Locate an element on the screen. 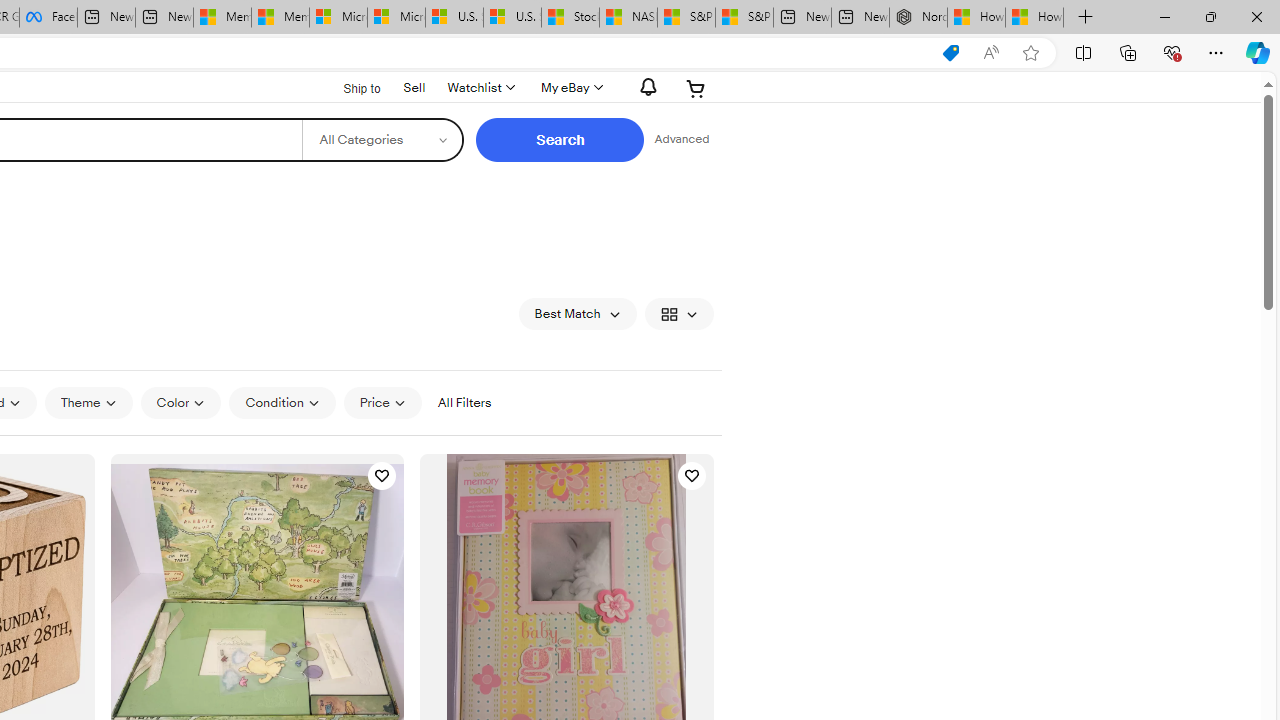  'Ship to' is located at coordinates (349, 86).